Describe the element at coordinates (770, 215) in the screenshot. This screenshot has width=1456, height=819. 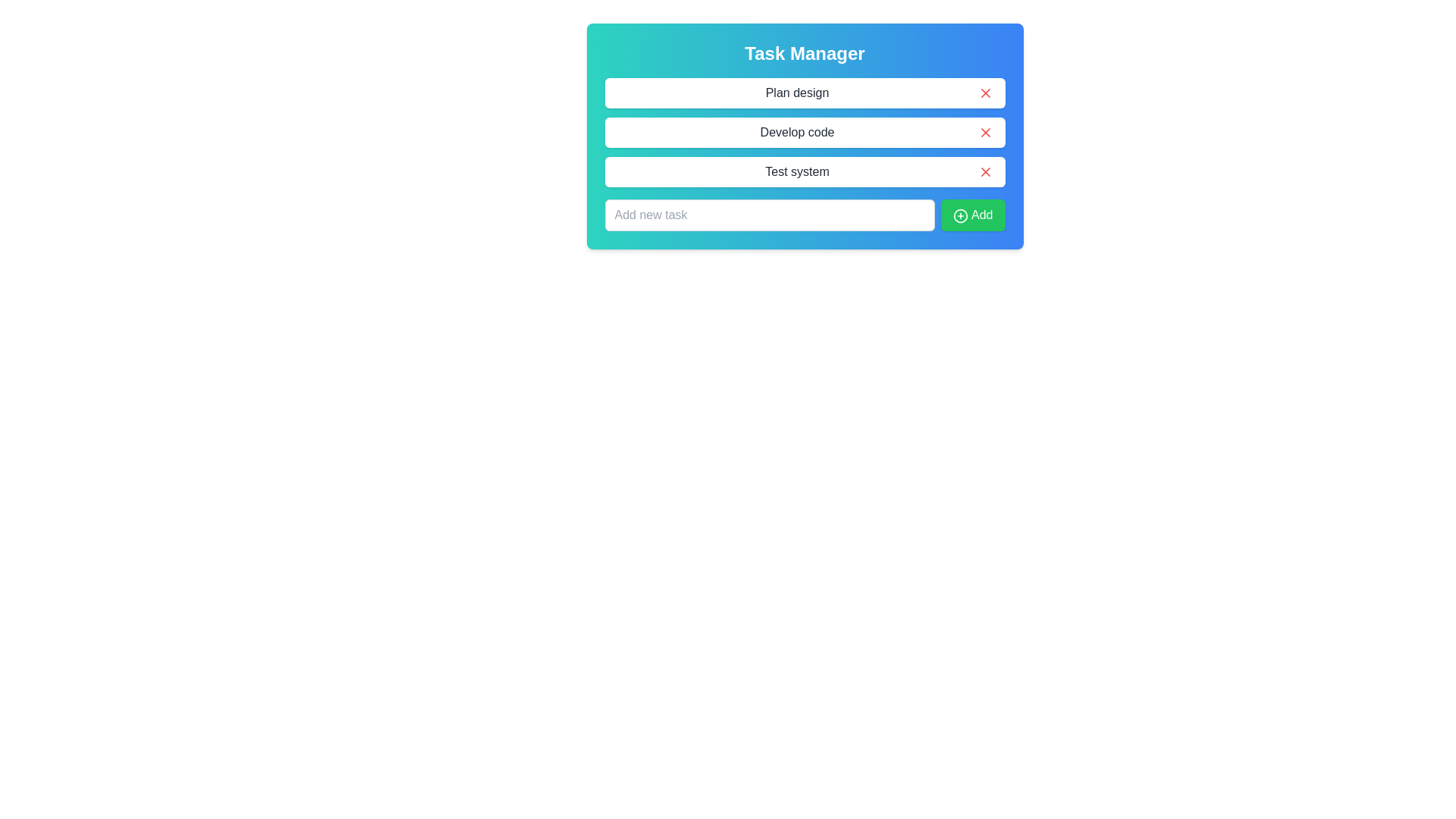
I see `the text input field by clicking on it` at that location.